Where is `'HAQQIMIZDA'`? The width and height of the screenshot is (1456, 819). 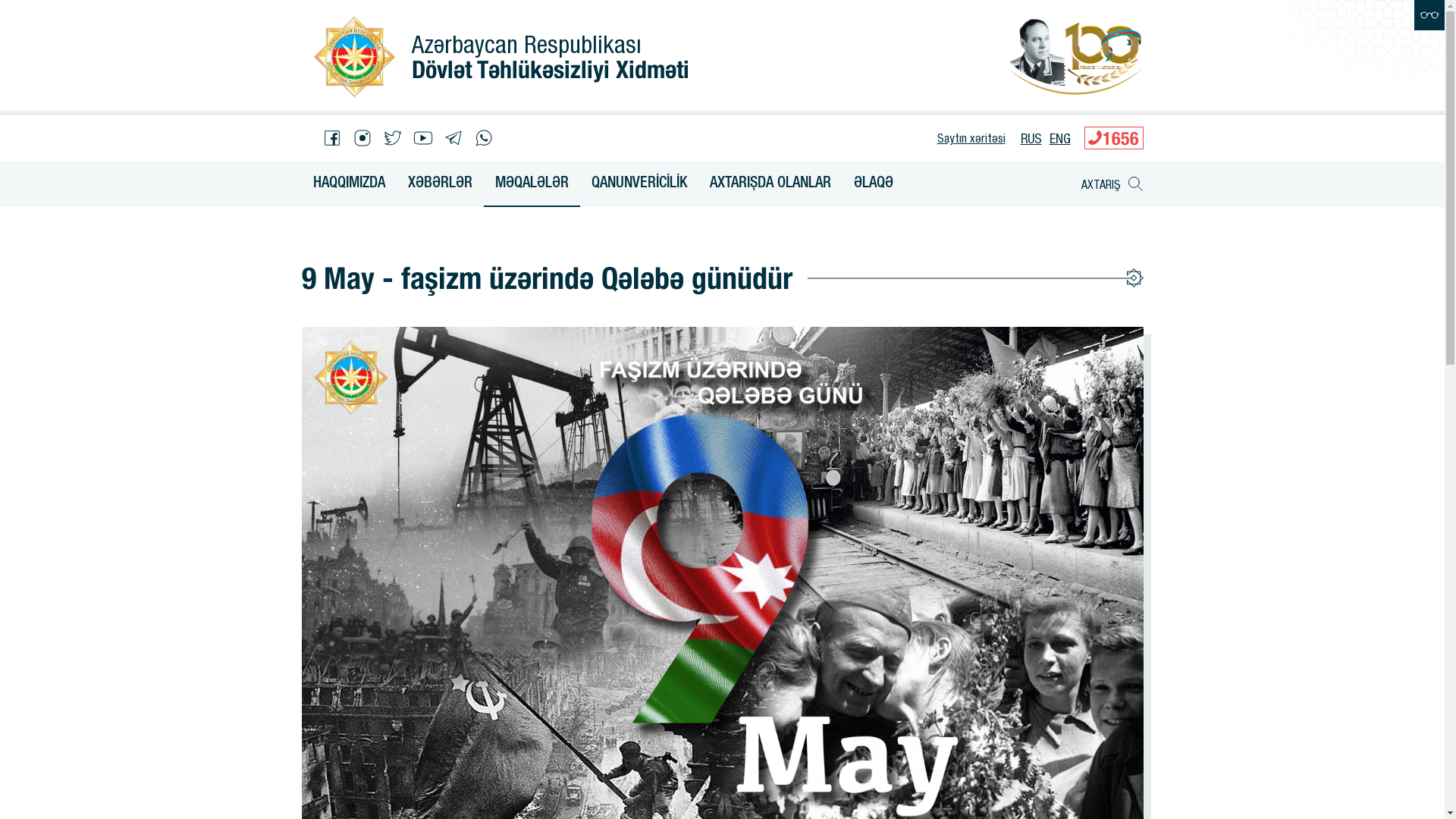 'HAQQIMIZDA' is located at coordinates (348, 184).